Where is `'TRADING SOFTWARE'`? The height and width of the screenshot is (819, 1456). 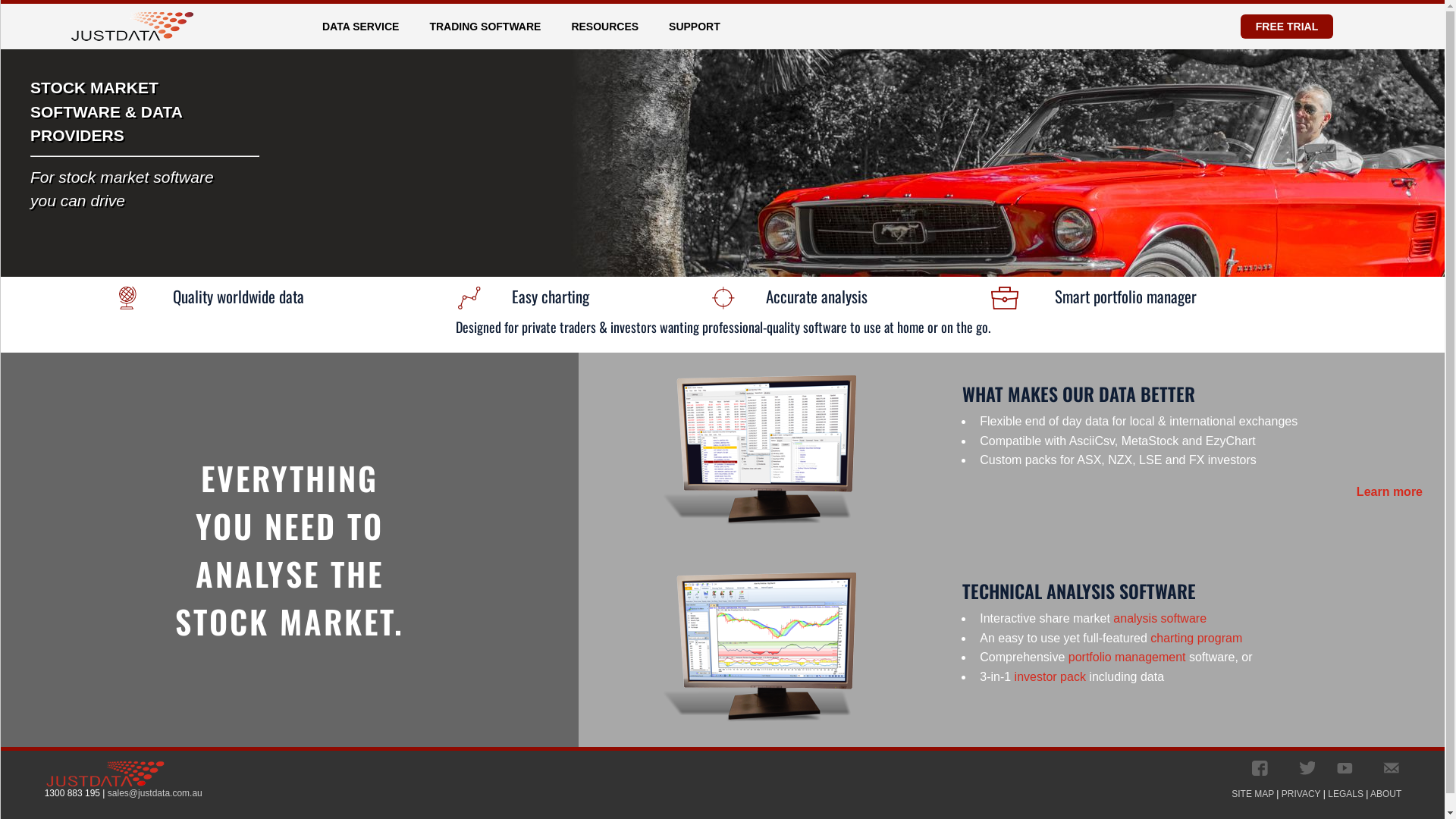
'TRADING SOFTWARE' is located at coordinates (490, 26).